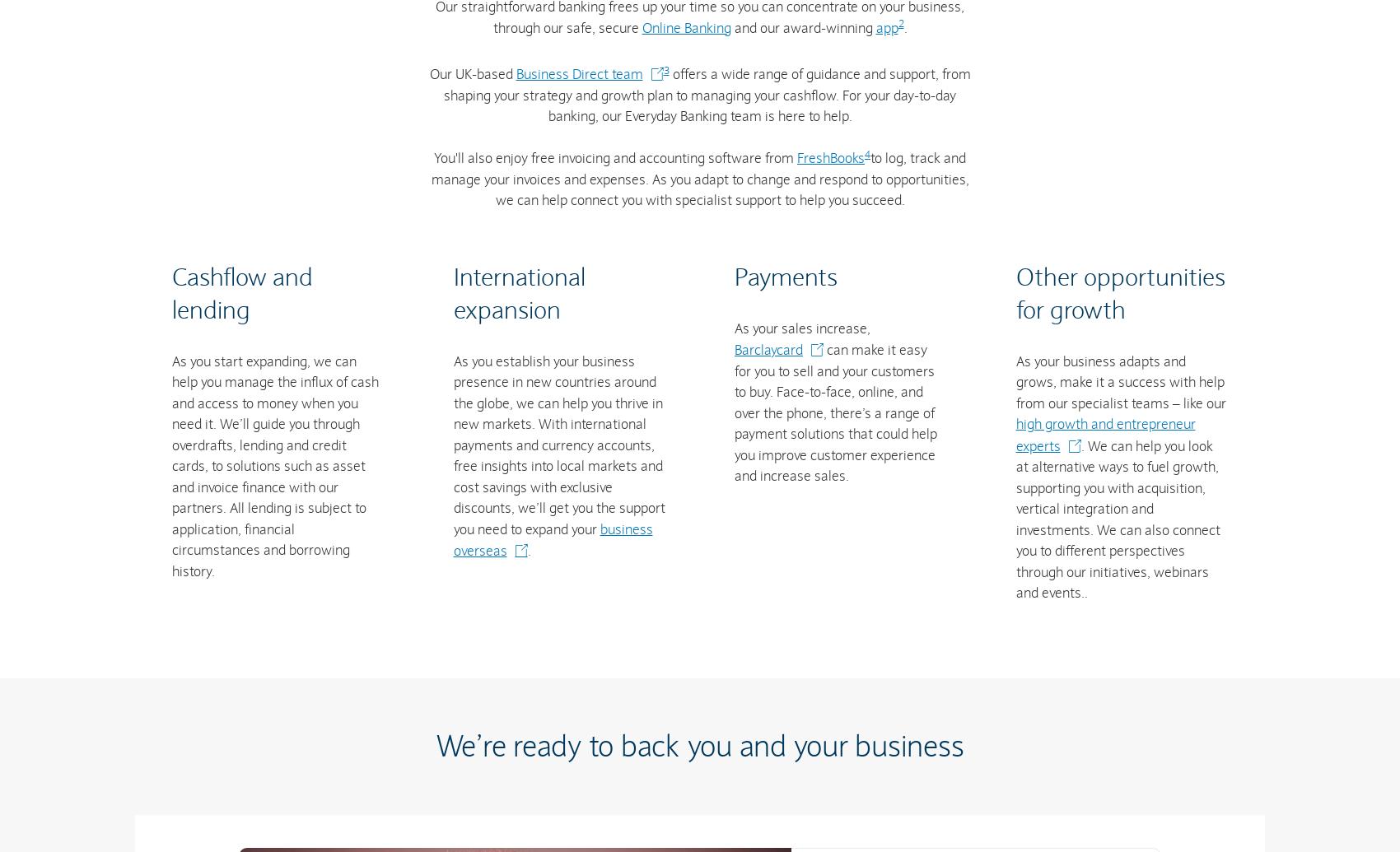  I want to click on 'PPI', so click(526, 550).